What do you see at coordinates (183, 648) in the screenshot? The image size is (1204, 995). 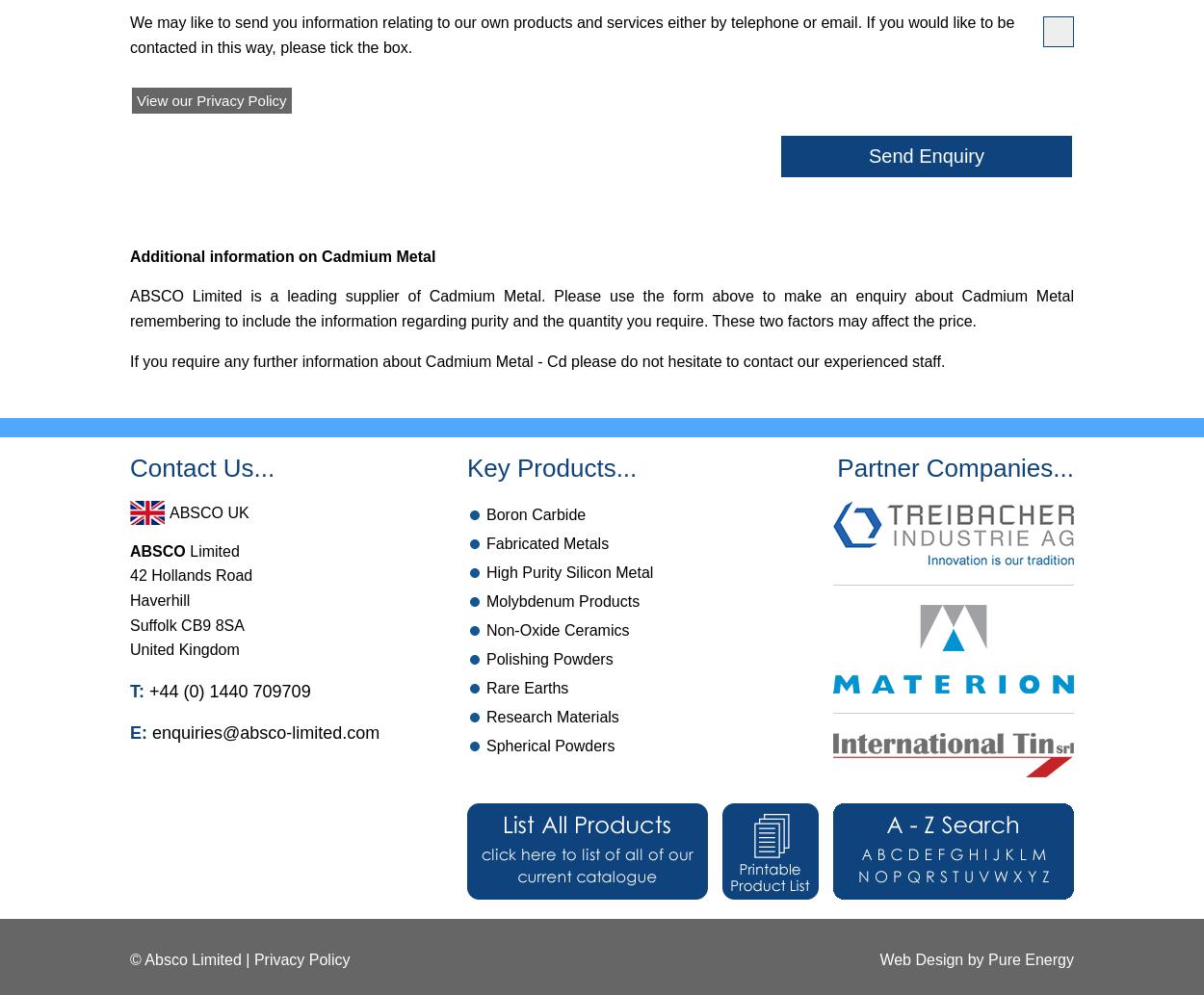 I see `'United Kingdom'` at bounding box center [183, 648].